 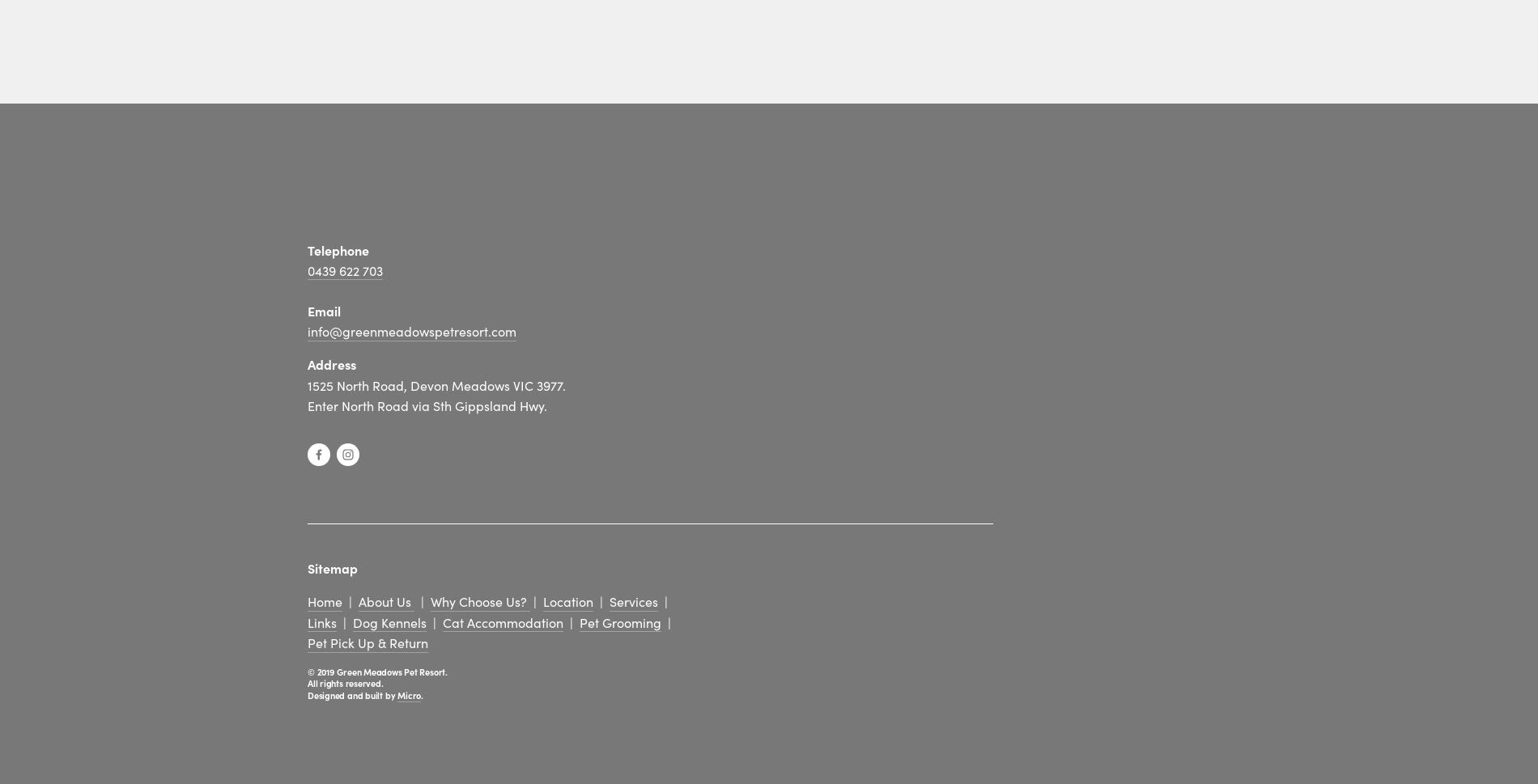 I want to click on 'Micro', so click(x=409, y=693).